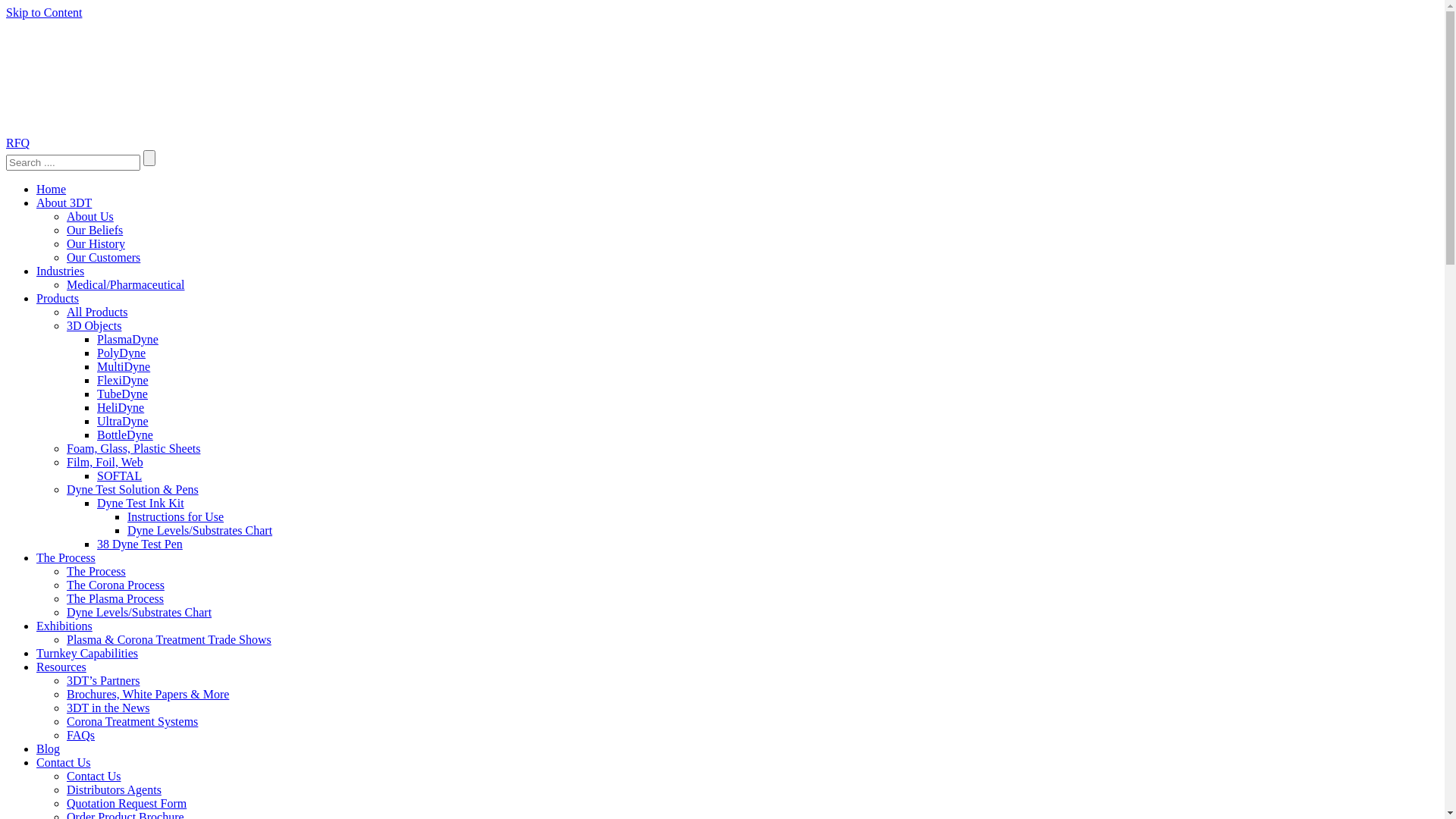  Describe the element at coordinates (119, 76) in the screenshot. I see `'3DT LLC'` at that location.